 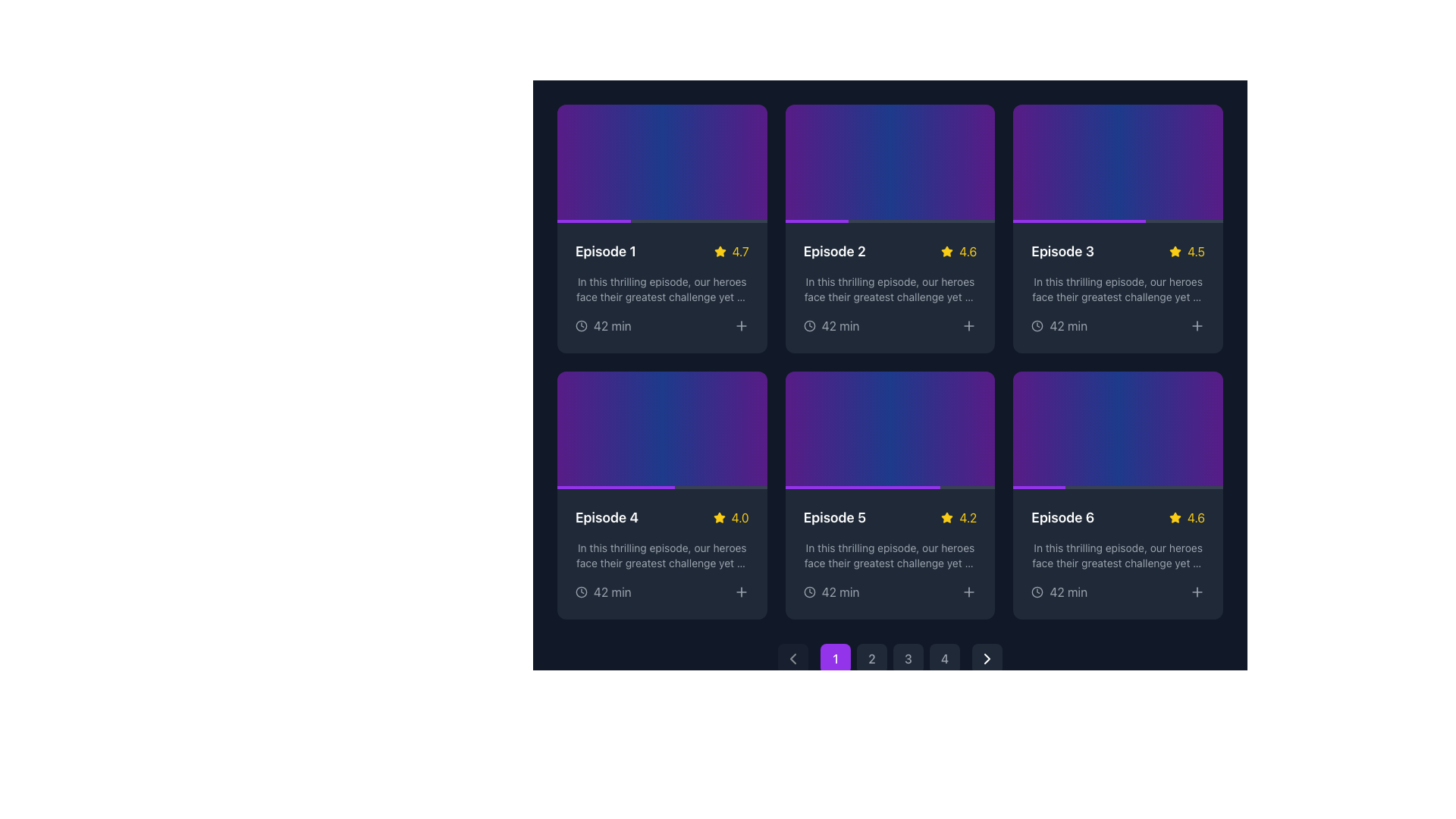 I want to click on the bold, yellow numeral '4.6' static text label located in the bottom-right corner of the card for 'Episode 6', to the right of a yellow star icon, so click(x=1195, y=517).